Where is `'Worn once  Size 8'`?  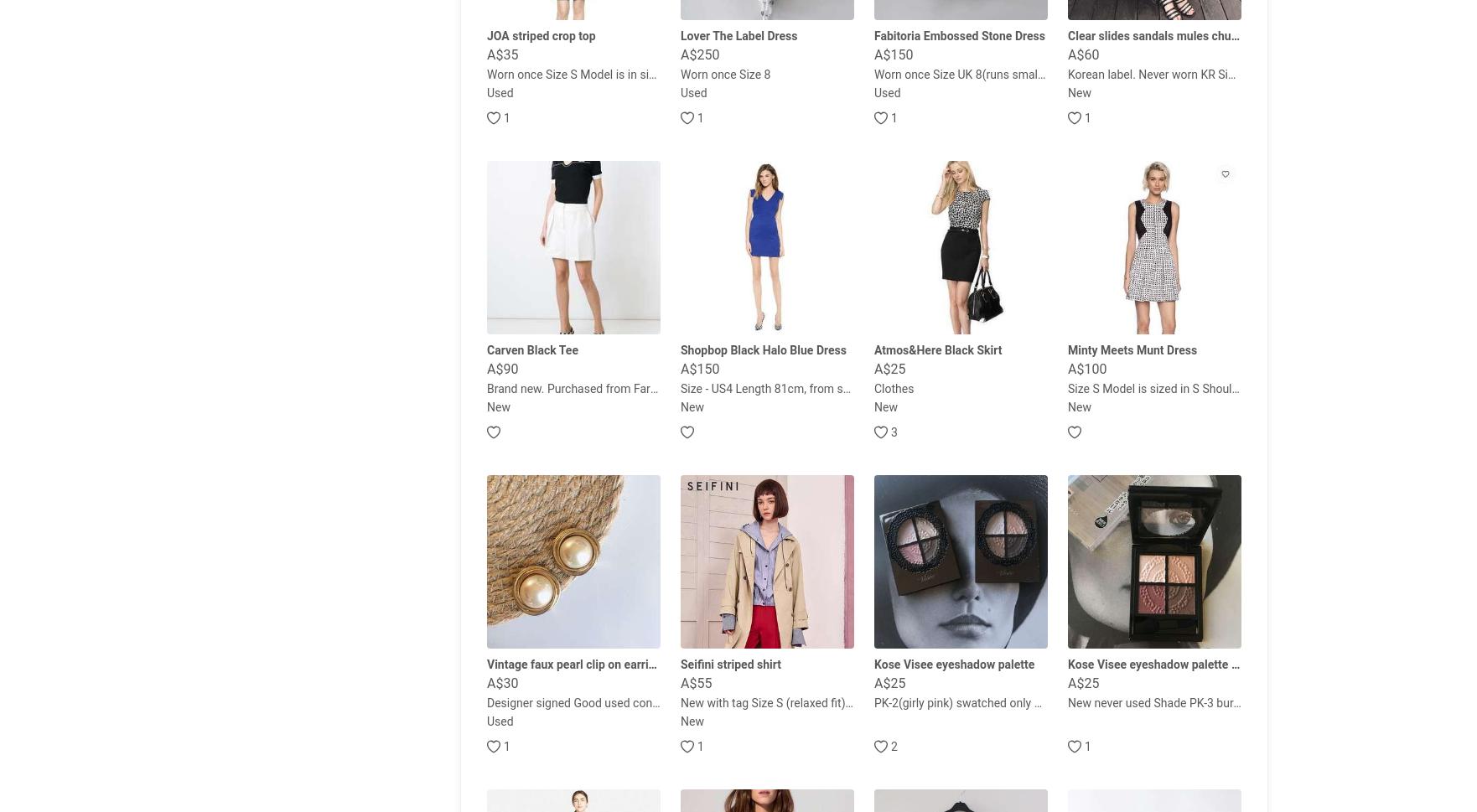
'Worn once  Size 8' is located at coordinates (724, 73).